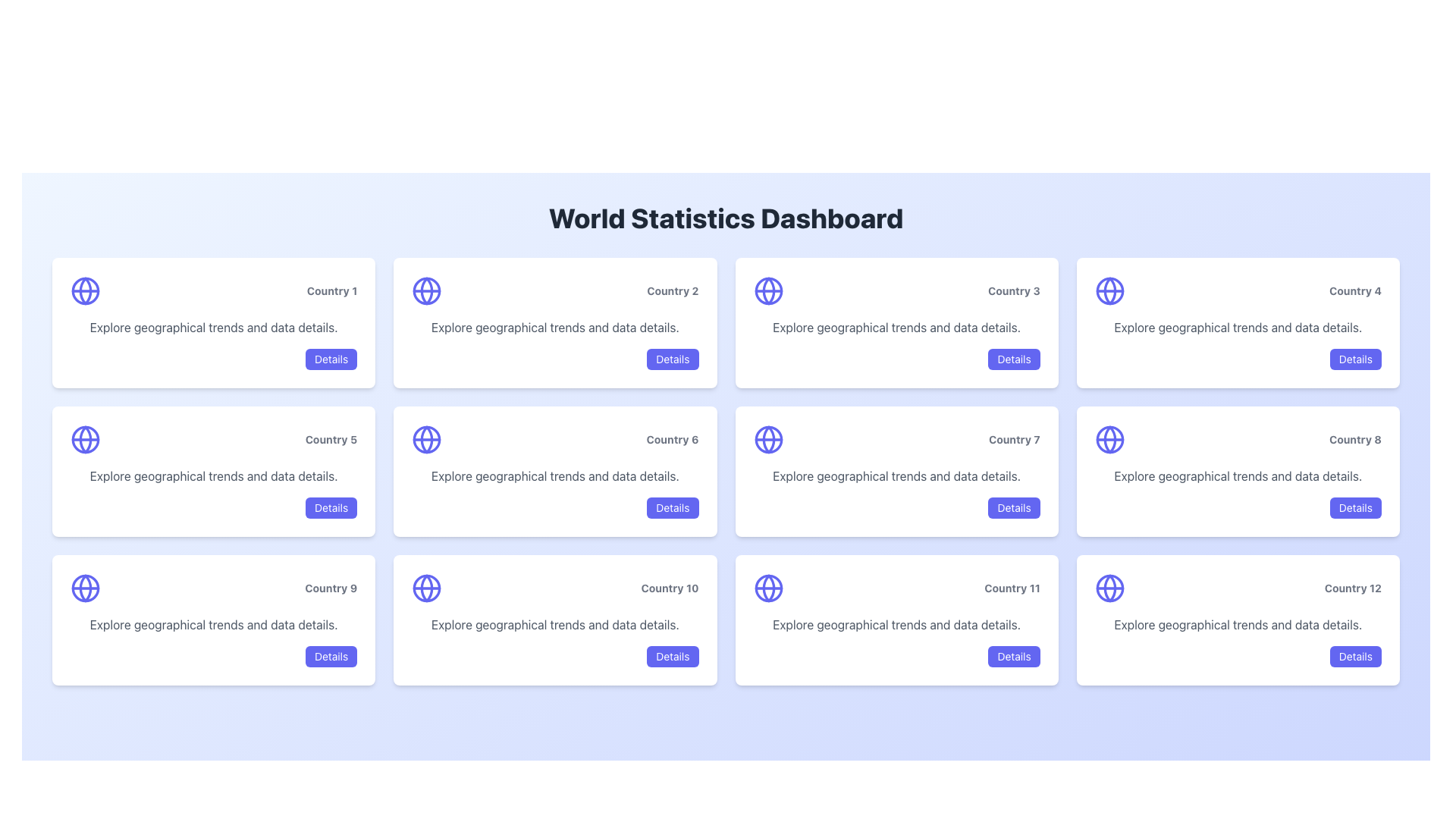  I want to click on the 'Details' button with a purple background located at the bottom-right corner of the 'Country 4' card to observe the color change, so click(1355, 359).